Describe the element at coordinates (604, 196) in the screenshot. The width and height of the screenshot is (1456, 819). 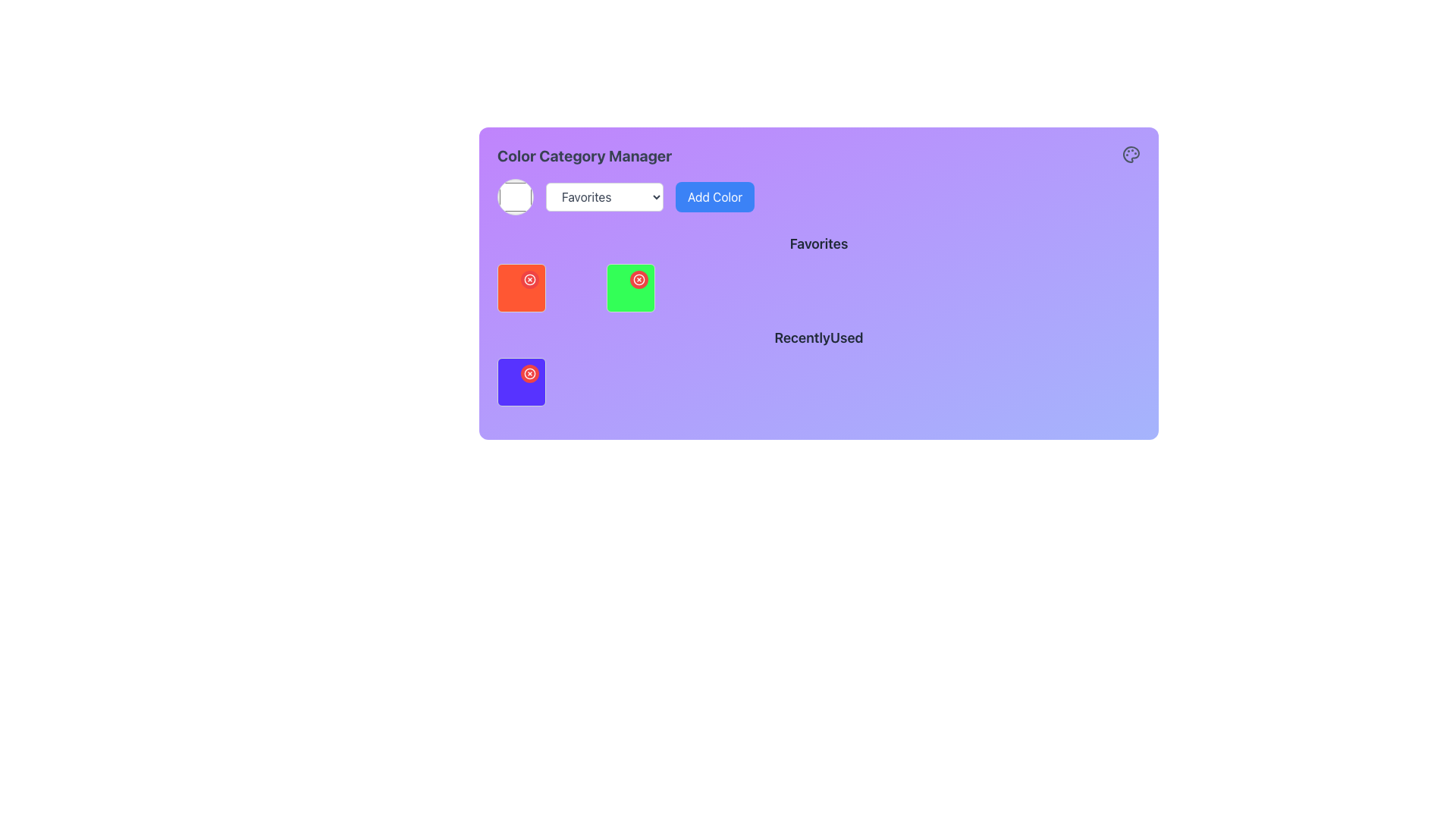
I see `an option from the 'Favorites' dropdown menu, which is a rectangular box with rounded corners and a downward-pointing arrow icon, located near the top-left area of the main interface` at that location.